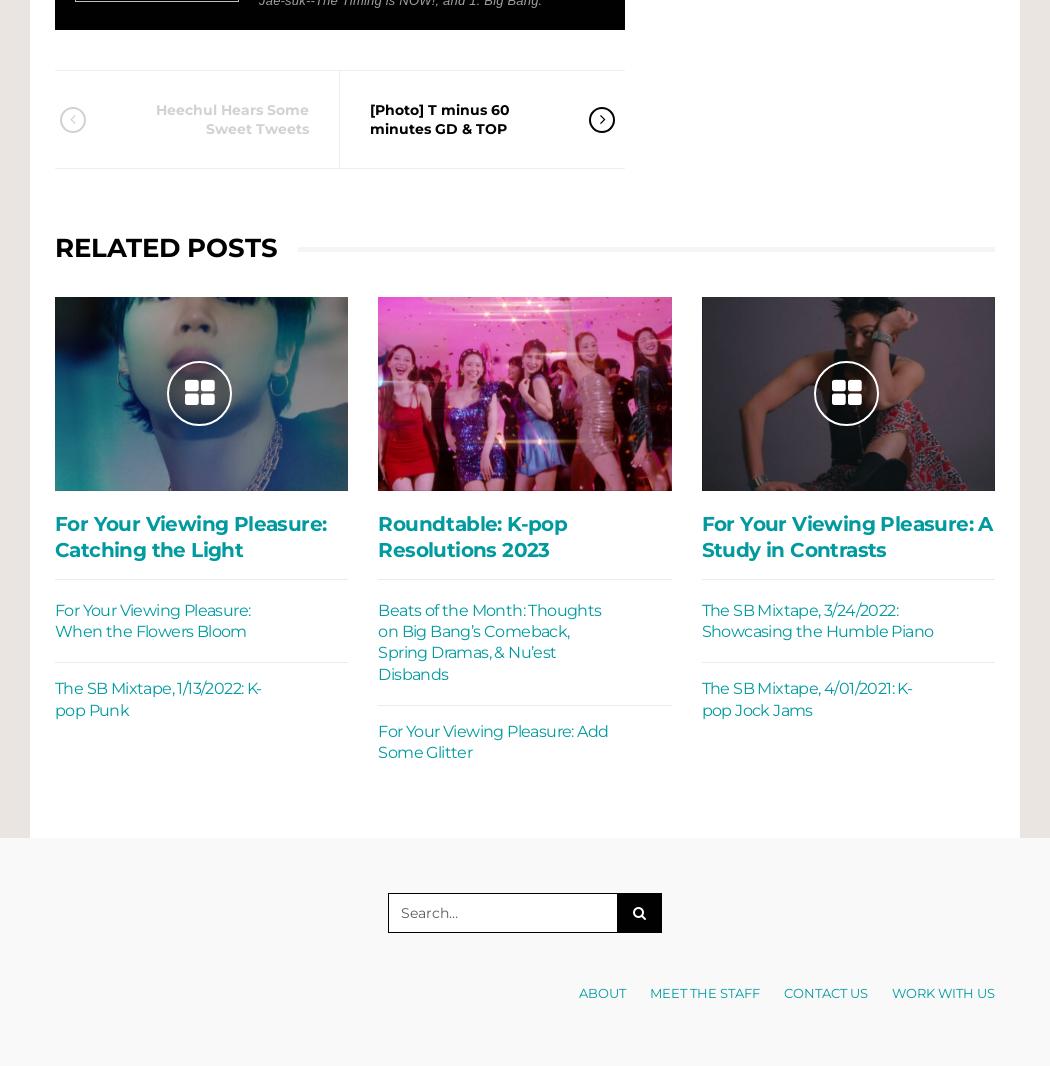  What do you see at coordinates (942, 992) in the screenshot?
I see `'Work with Us'` at bounding box center [942, 992].